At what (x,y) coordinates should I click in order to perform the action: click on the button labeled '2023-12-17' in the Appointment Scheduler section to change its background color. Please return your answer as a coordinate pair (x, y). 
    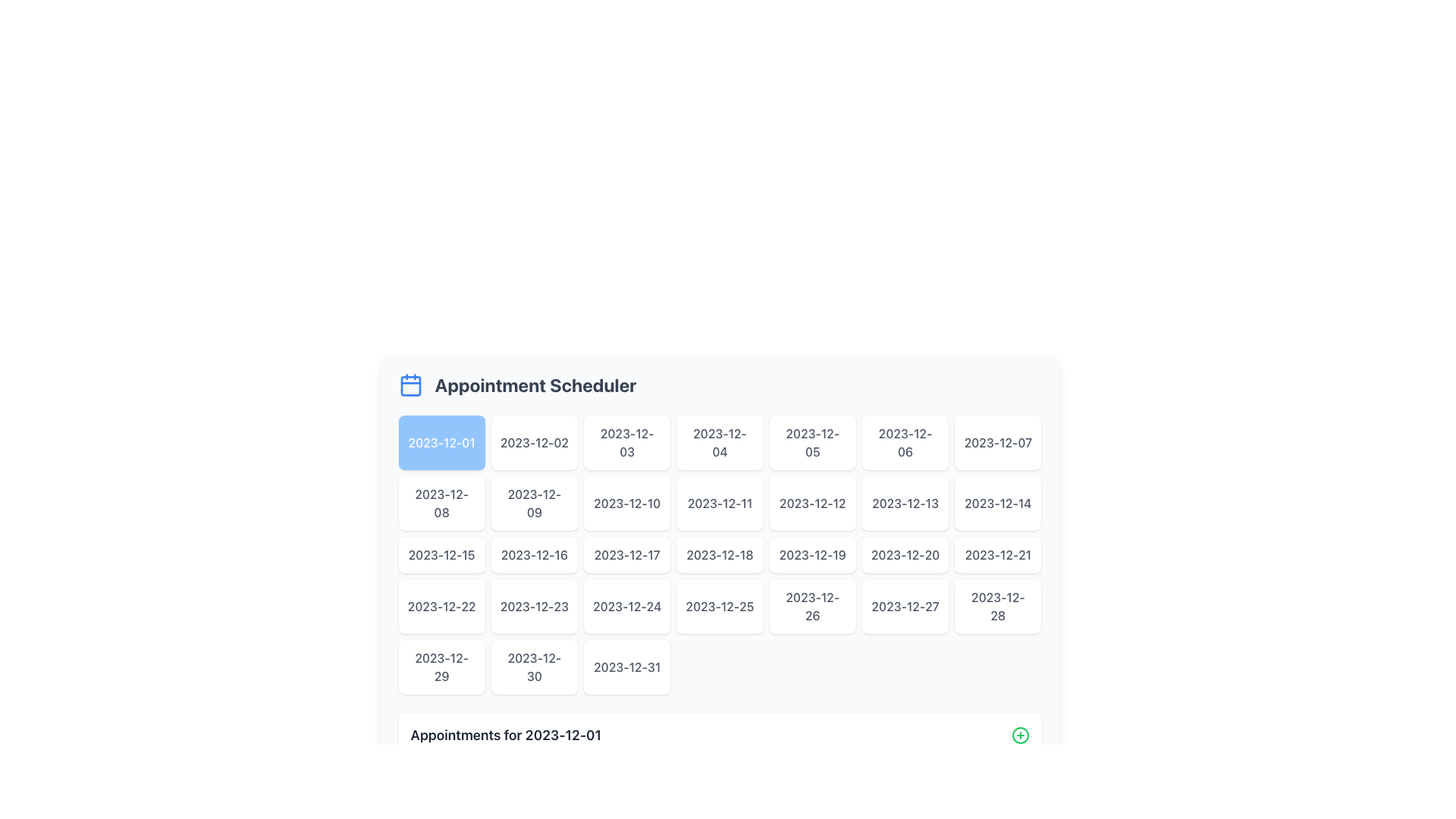
    Looking at the image, I should click on (627, 555).